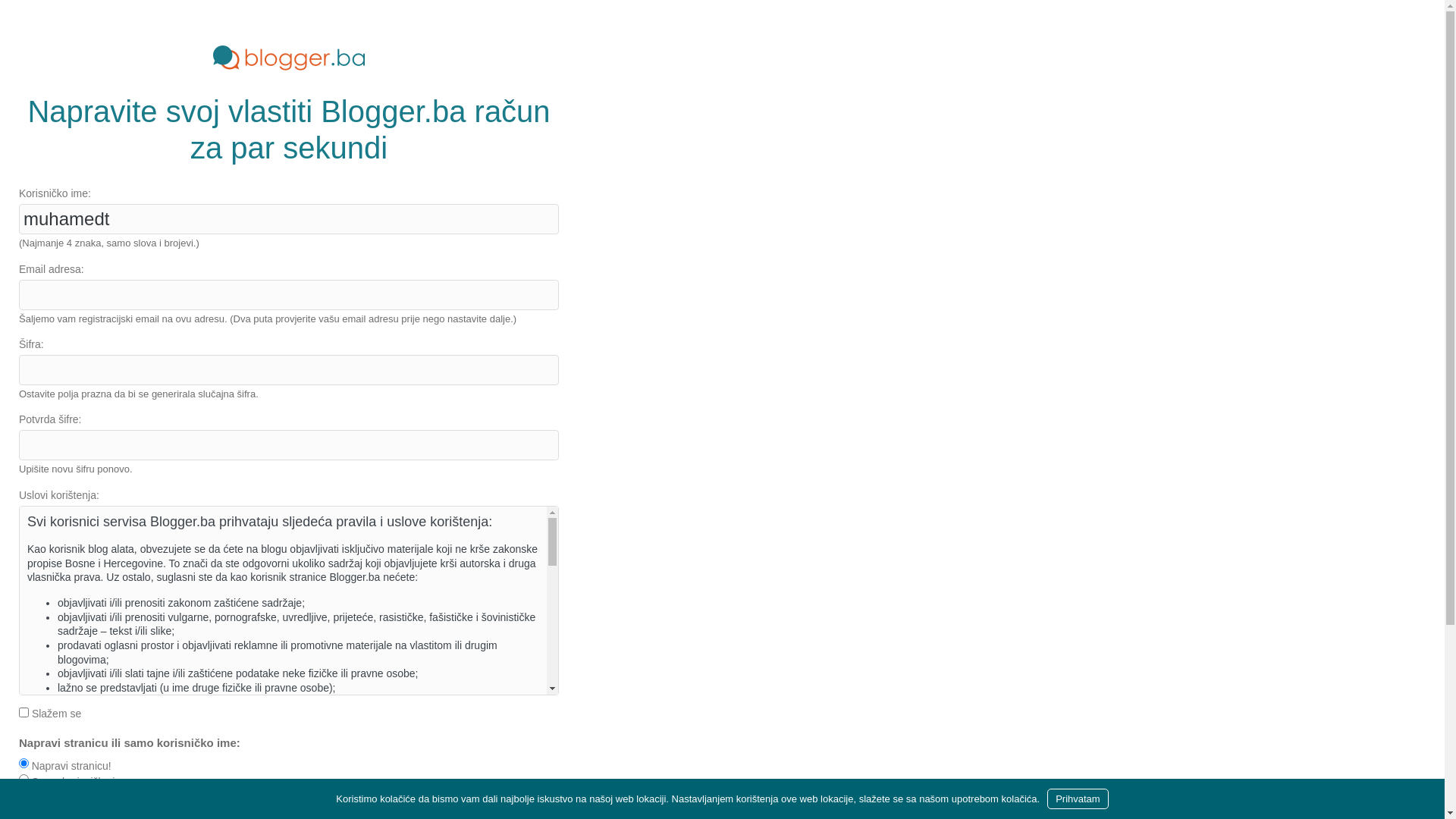 This screenshot has height=819, width=1456. What do you see at coordinates (1077, 798) in the screenshot?
I see `'Prihvatam'` at bounding box center [1077, 798].